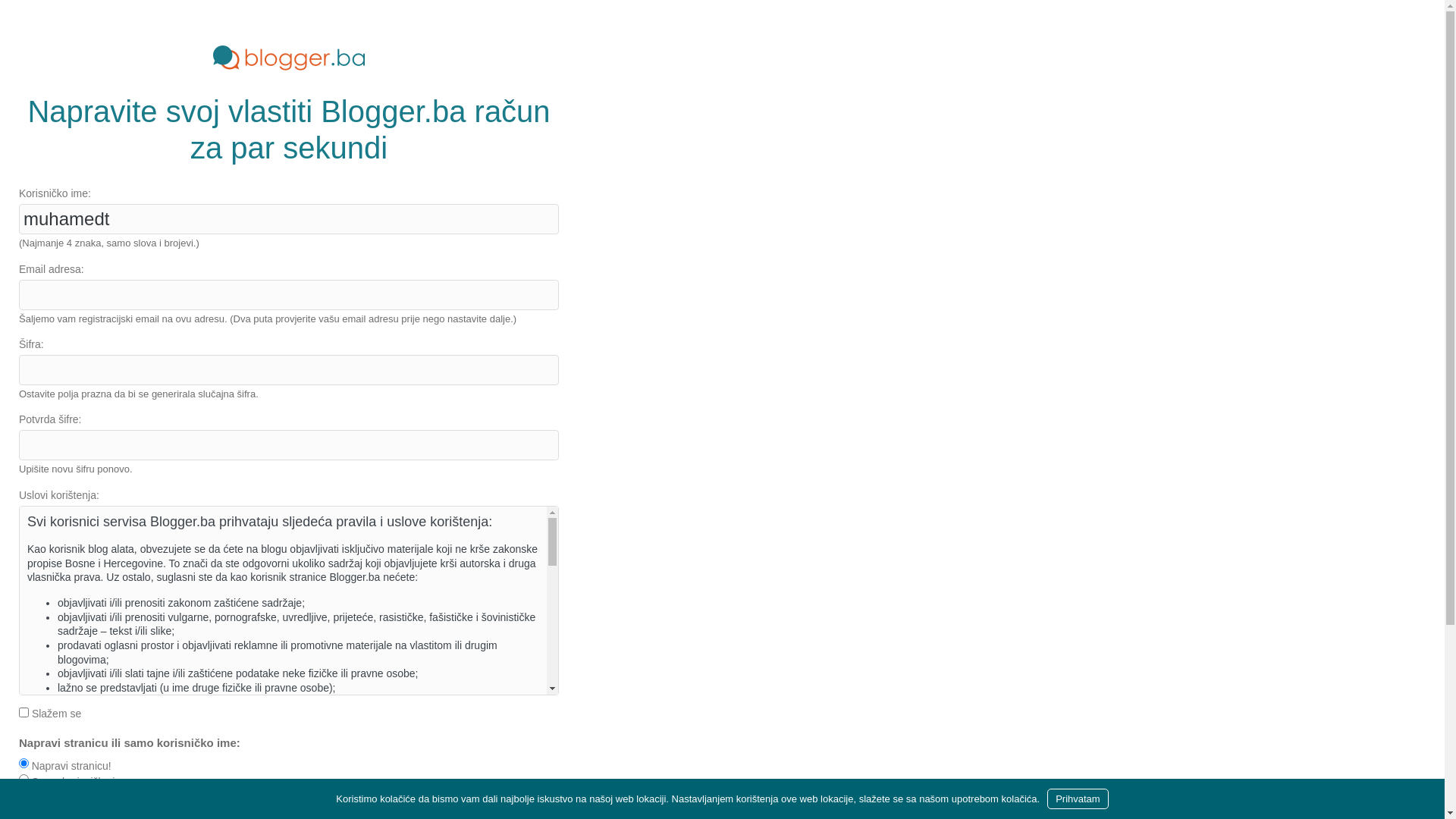 This screenshot has height=819, width=1456. What do you see at coordinates (1077, 798) in the screenshot?
I see `'Prihvatam'` at bounding box center [1077, 798].